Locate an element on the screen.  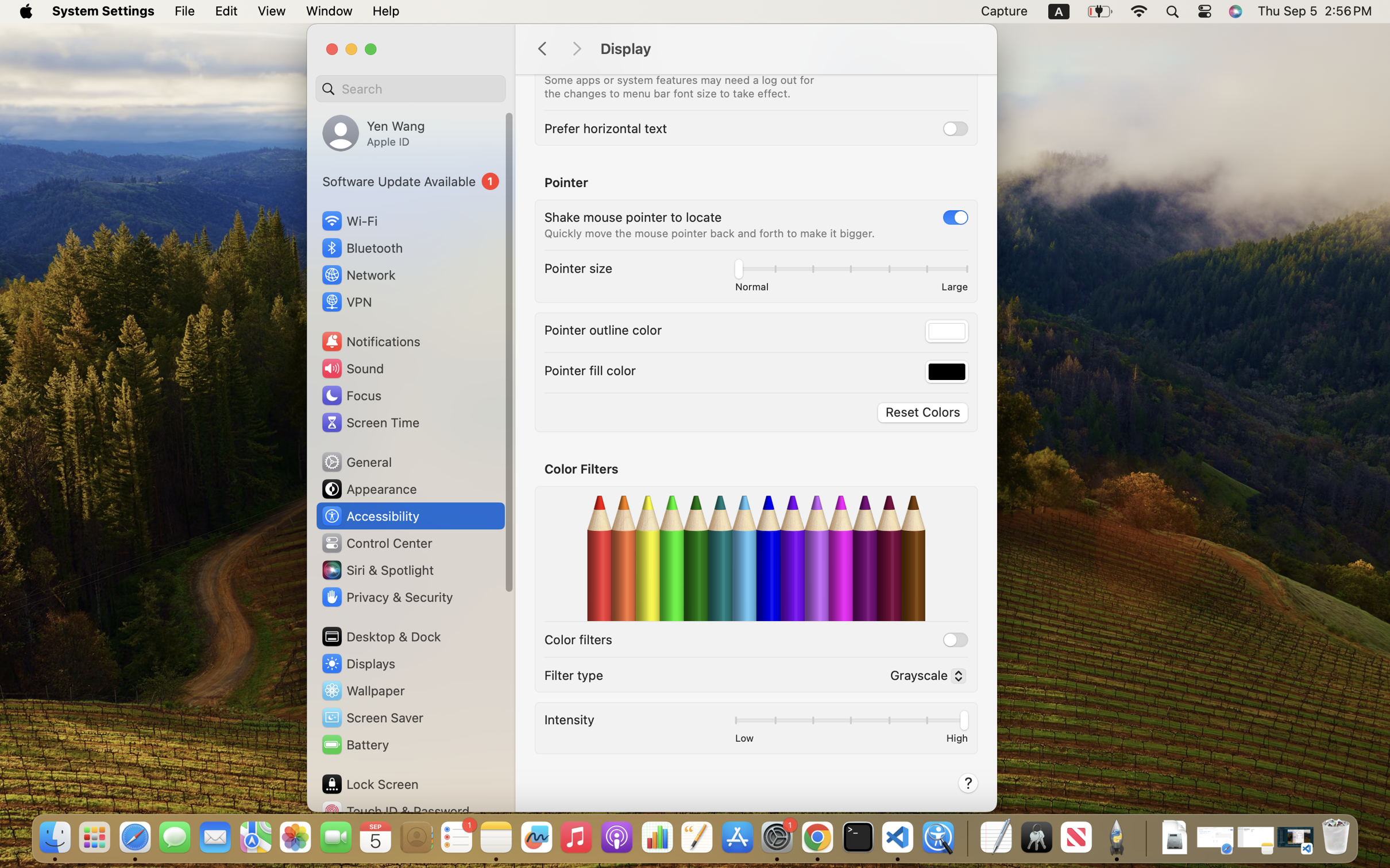
'Siri & Spotlight' is located at coordinates (376, 569).